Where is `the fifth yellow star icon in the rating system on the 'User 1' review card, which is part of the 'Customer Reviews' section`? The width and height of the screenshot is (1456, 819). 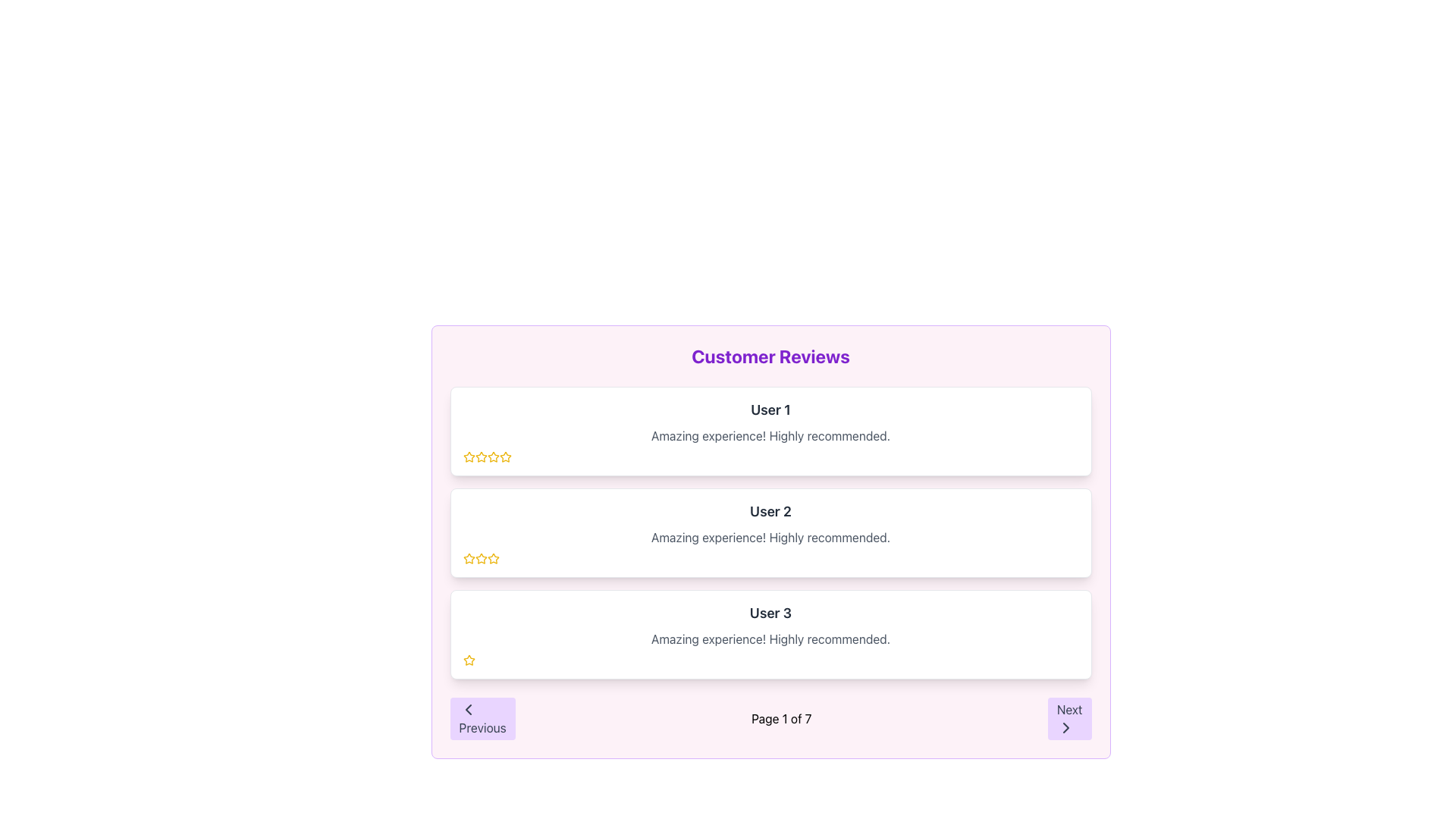
the fifth yellow star icon in the rating system on the 'User 1' review card, which is part of the 'Customer Reviews' section is located at coordinates (505, 456).